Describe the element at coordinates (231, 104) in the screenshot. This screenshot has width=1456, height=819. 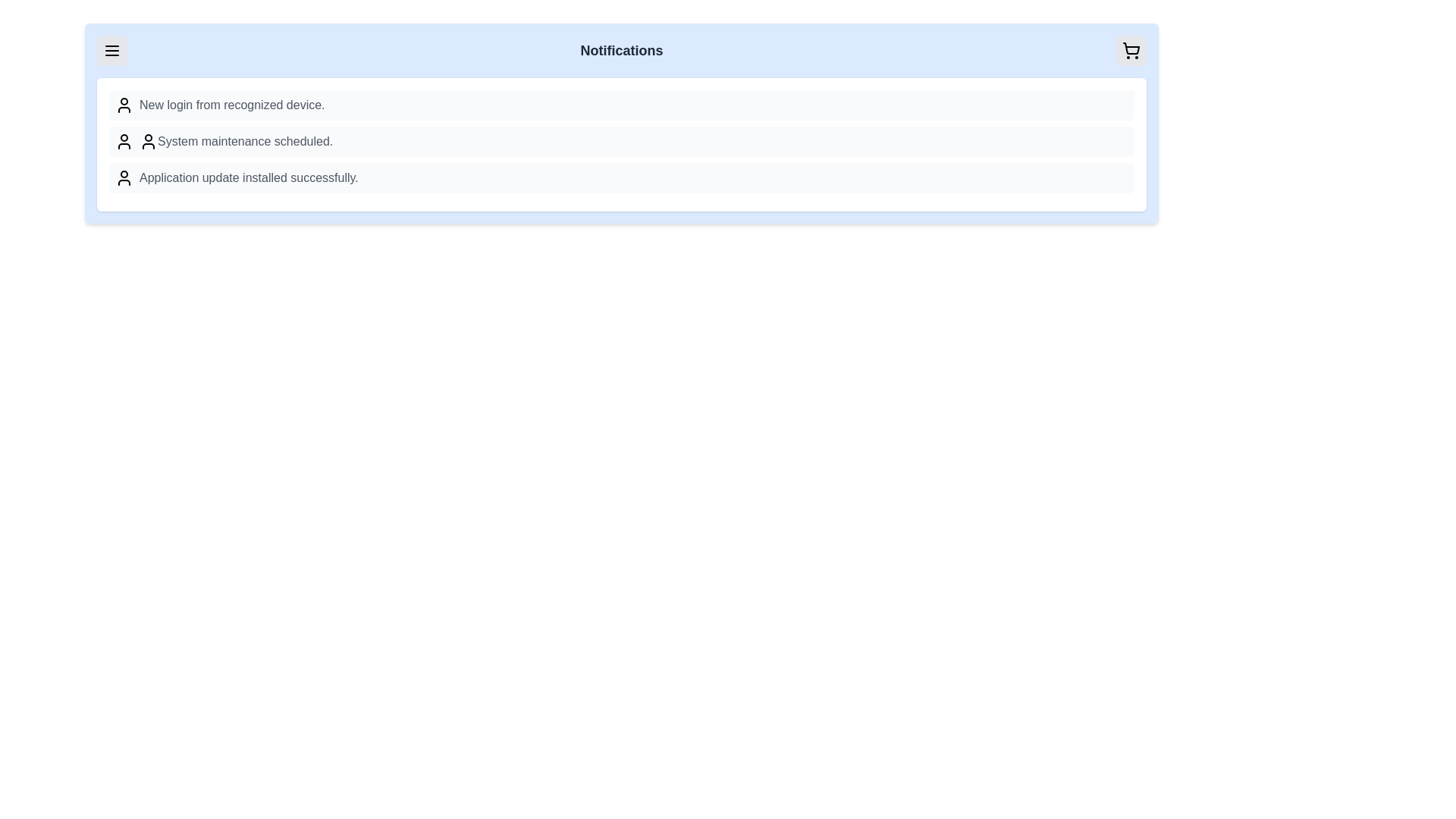
I see `the first text line in the notification panel that conveys information about a new login from a recognized device, positioned near the user icon` at that location.